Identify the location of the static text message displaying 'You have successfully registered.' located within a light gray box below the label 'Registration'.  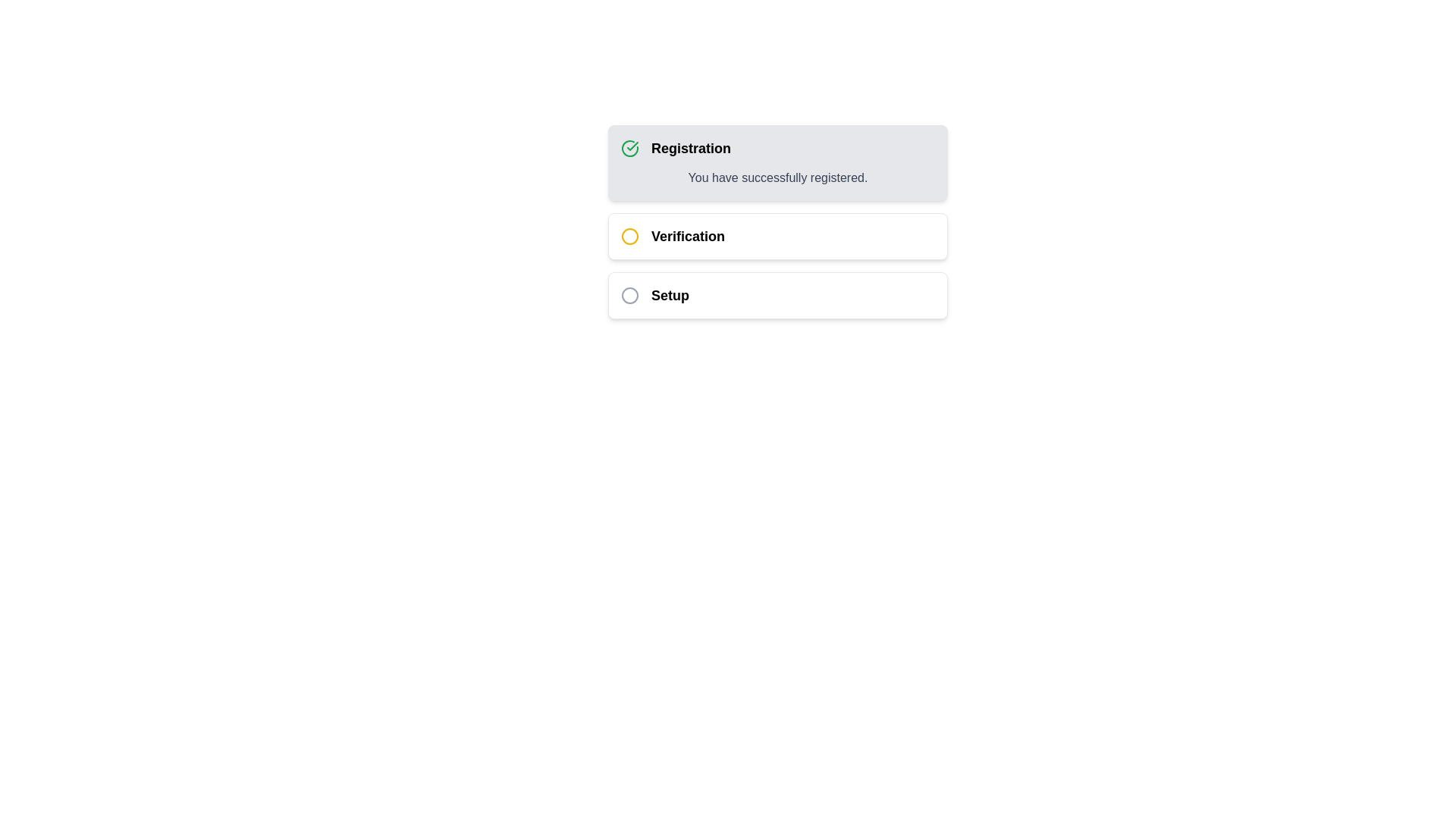
(778, 177).